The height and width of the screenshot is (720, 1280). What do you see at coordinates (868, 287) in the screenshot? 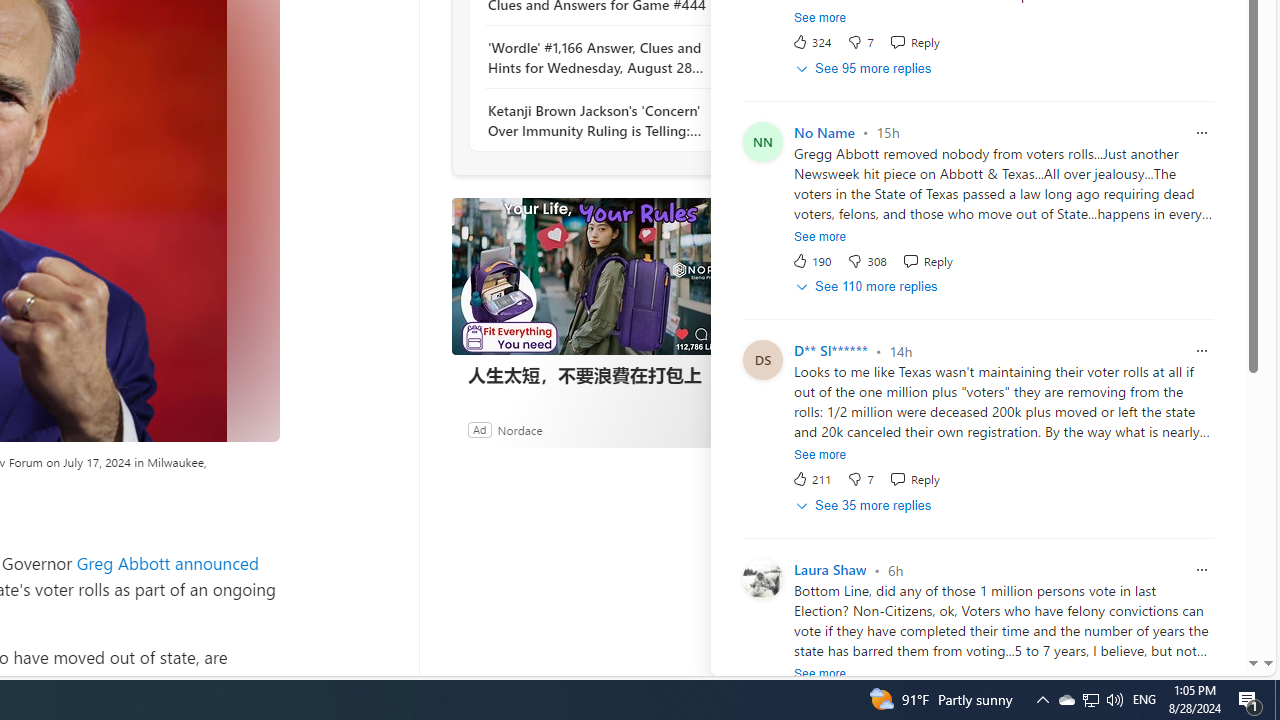
I see `'See 110 more replies'` at bounding box center [868, 287].